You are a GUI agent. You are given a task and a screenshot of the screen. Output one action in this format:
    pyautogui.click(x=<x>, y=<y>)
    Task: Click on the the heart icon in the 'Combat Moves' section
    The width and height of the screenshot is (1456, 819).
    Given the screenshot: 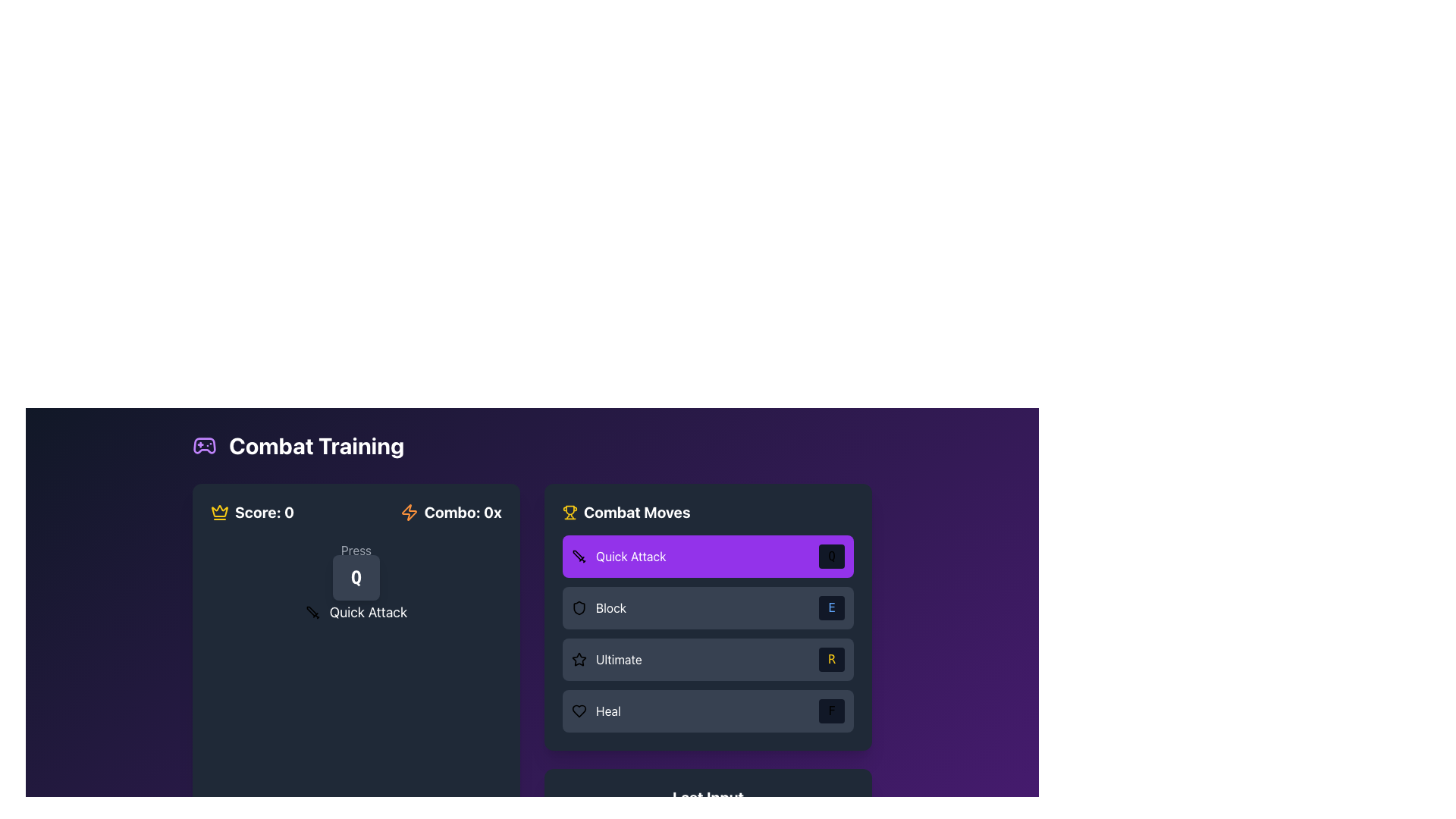 What is the action you would take?
    pyautogui.click(x=578, y=711)
    